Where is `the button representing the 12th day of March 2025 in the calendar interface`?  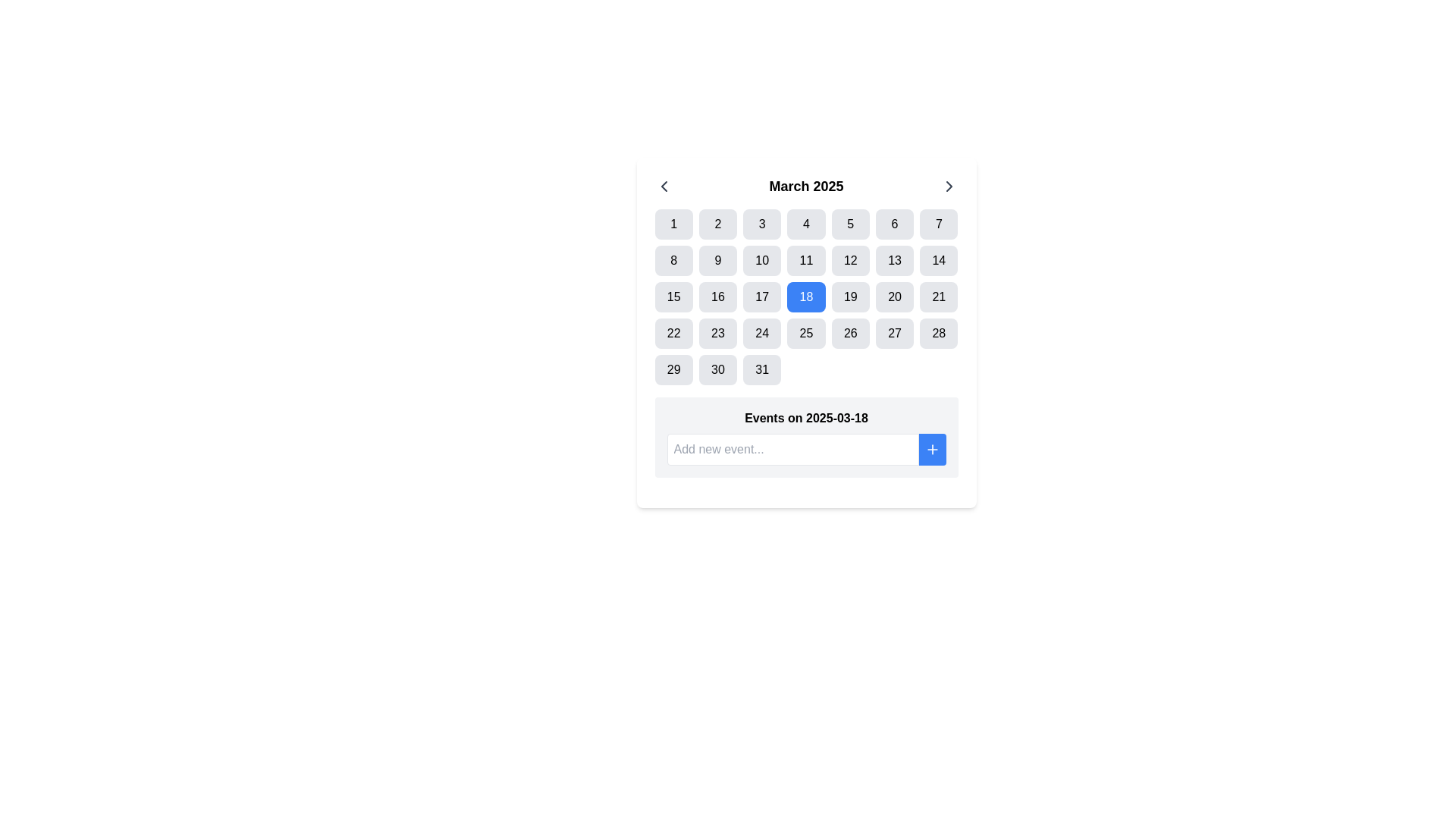 the button representing the 12th day of March 2025 in the calendar interface is located at coordinates (850, 259).